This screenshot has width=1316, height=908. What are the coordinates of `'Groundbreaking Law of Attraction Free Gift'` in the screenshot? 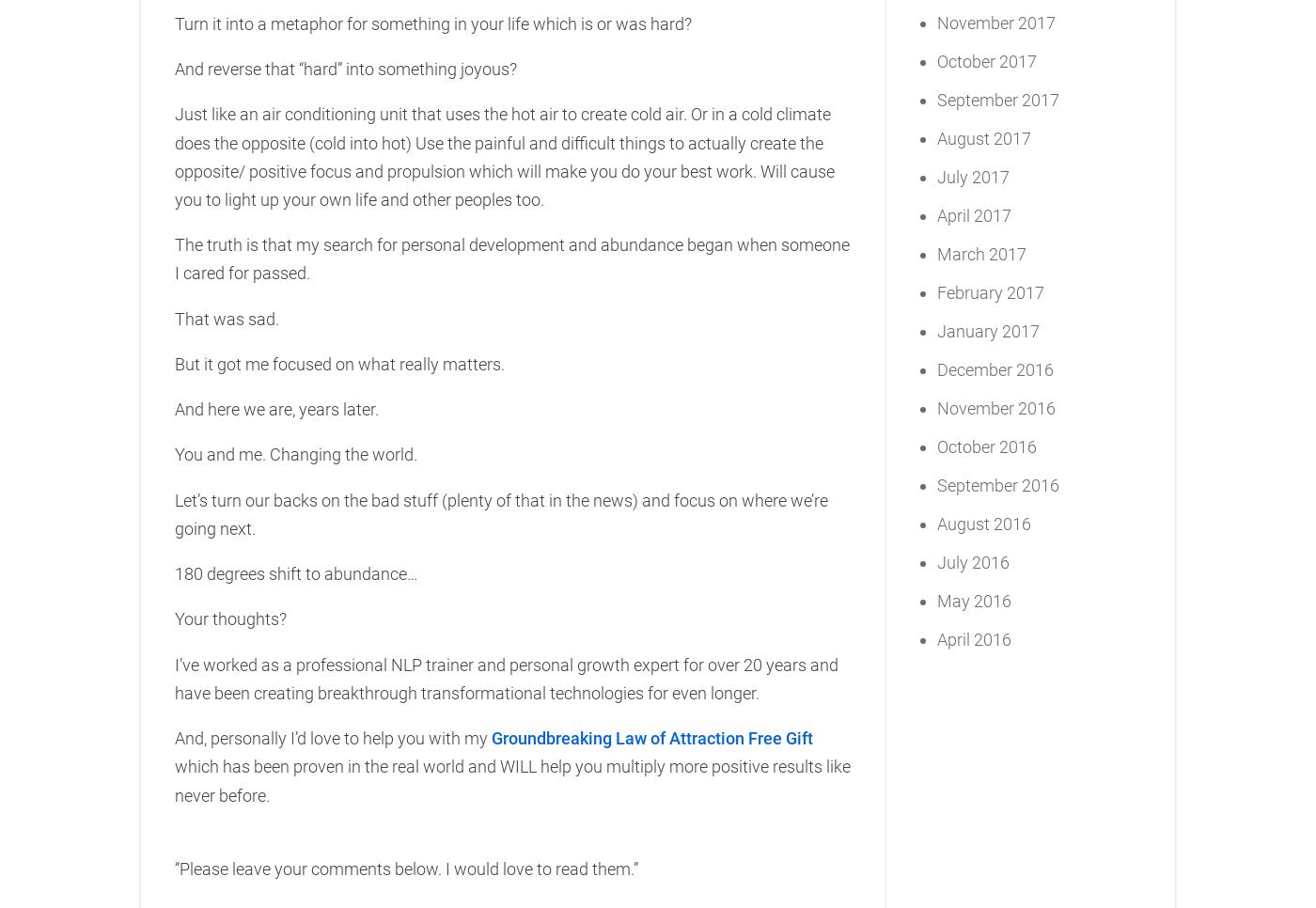 It's located at (651, 737).